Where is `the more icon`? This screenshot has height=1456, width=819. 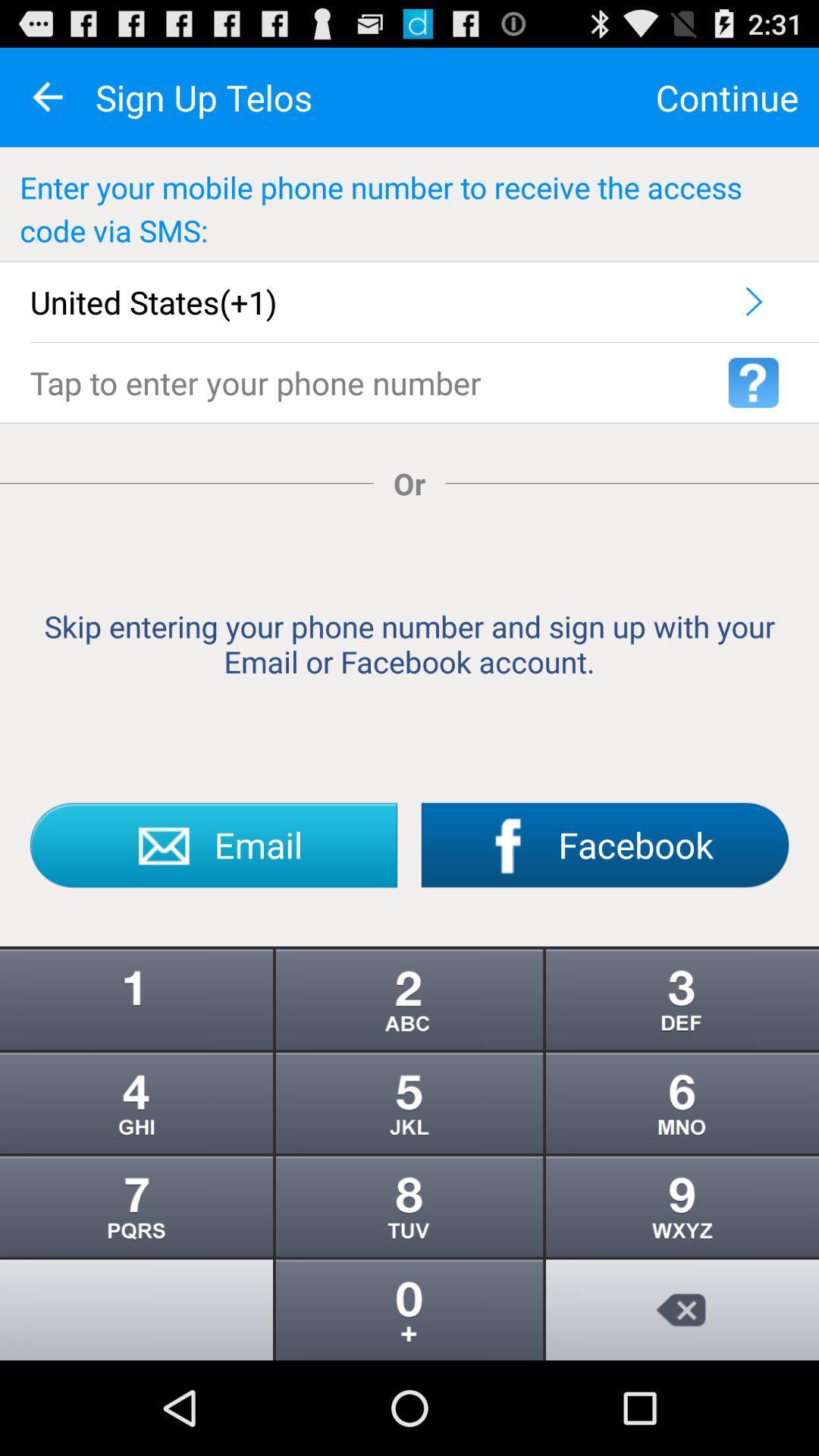 the more icon is located at coordinates (409, 1290).